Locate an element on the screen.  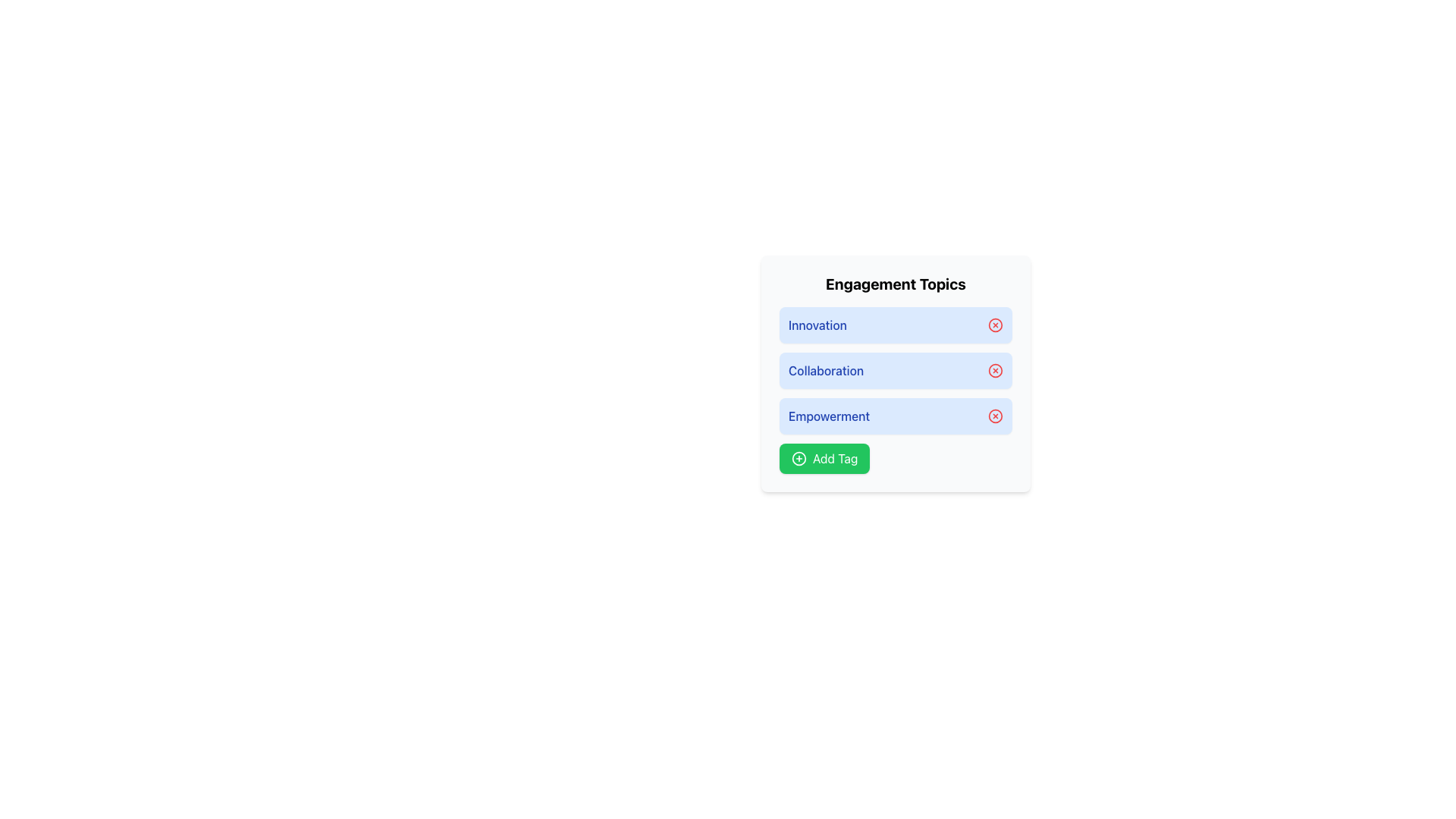
the selectable list item labeled 'Collaboration' is located at coordinates (896, 371).